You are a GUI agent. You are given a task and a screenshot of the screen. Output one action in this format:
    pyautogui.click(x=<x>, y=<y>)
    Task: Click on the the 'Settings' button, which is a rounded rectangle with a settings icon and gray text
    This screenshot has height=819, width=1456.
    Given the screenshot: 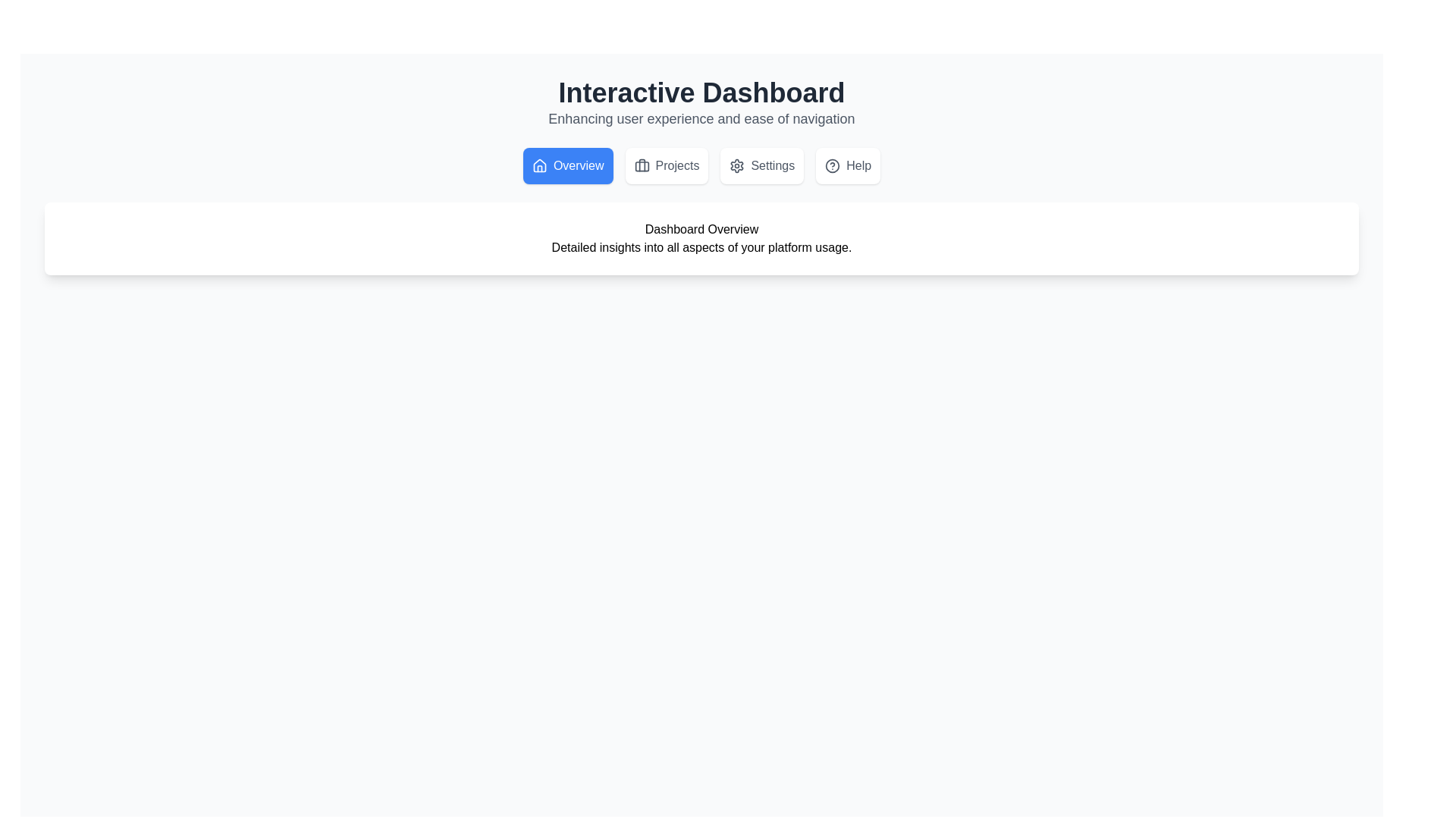 What is the action you would take?
    pyautogui.click(x=761, y=166)
    